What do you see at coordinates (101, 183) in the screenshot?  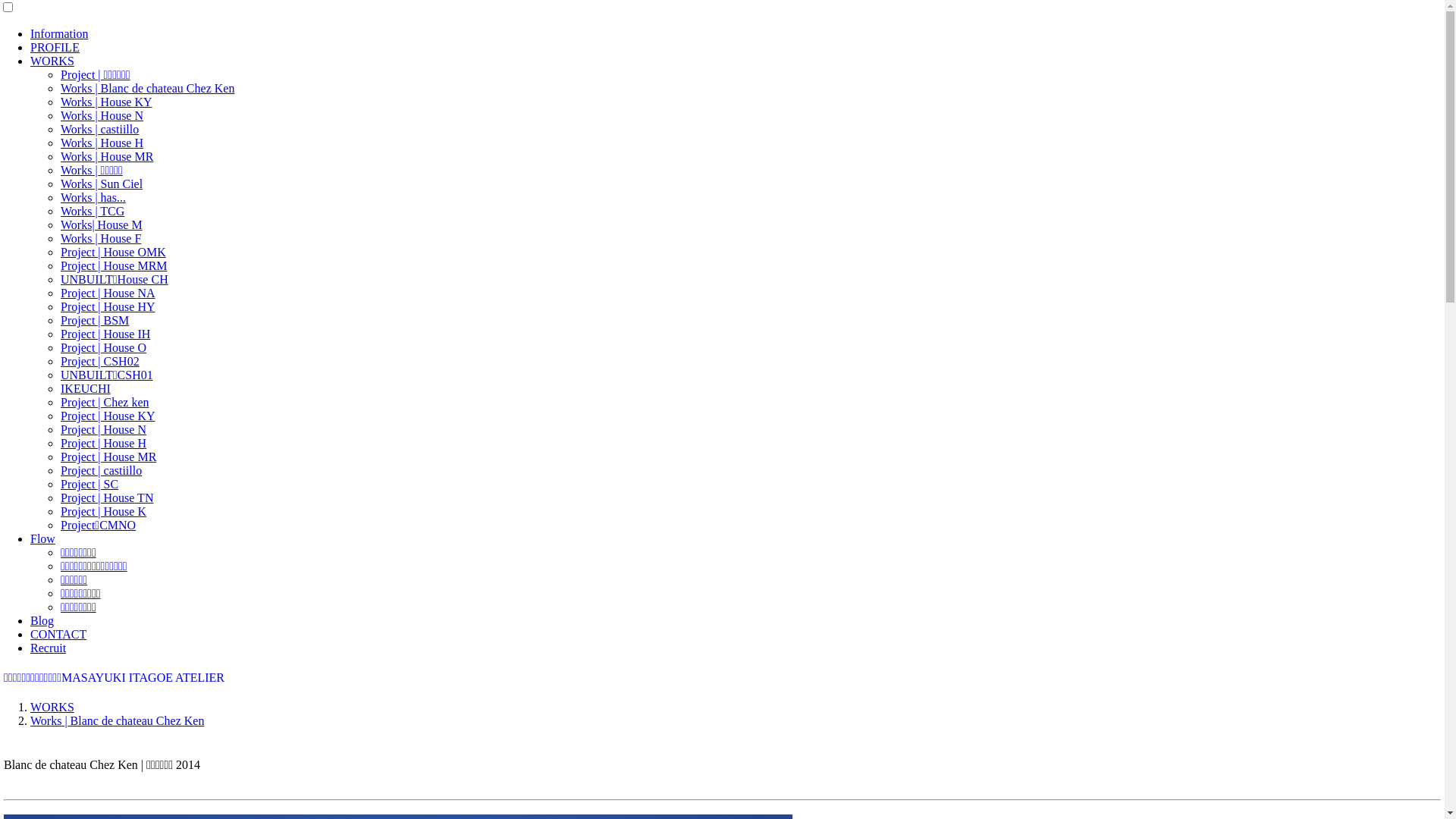 I see `'Works | Sun Ciel'` at bounding box center [101, 183].